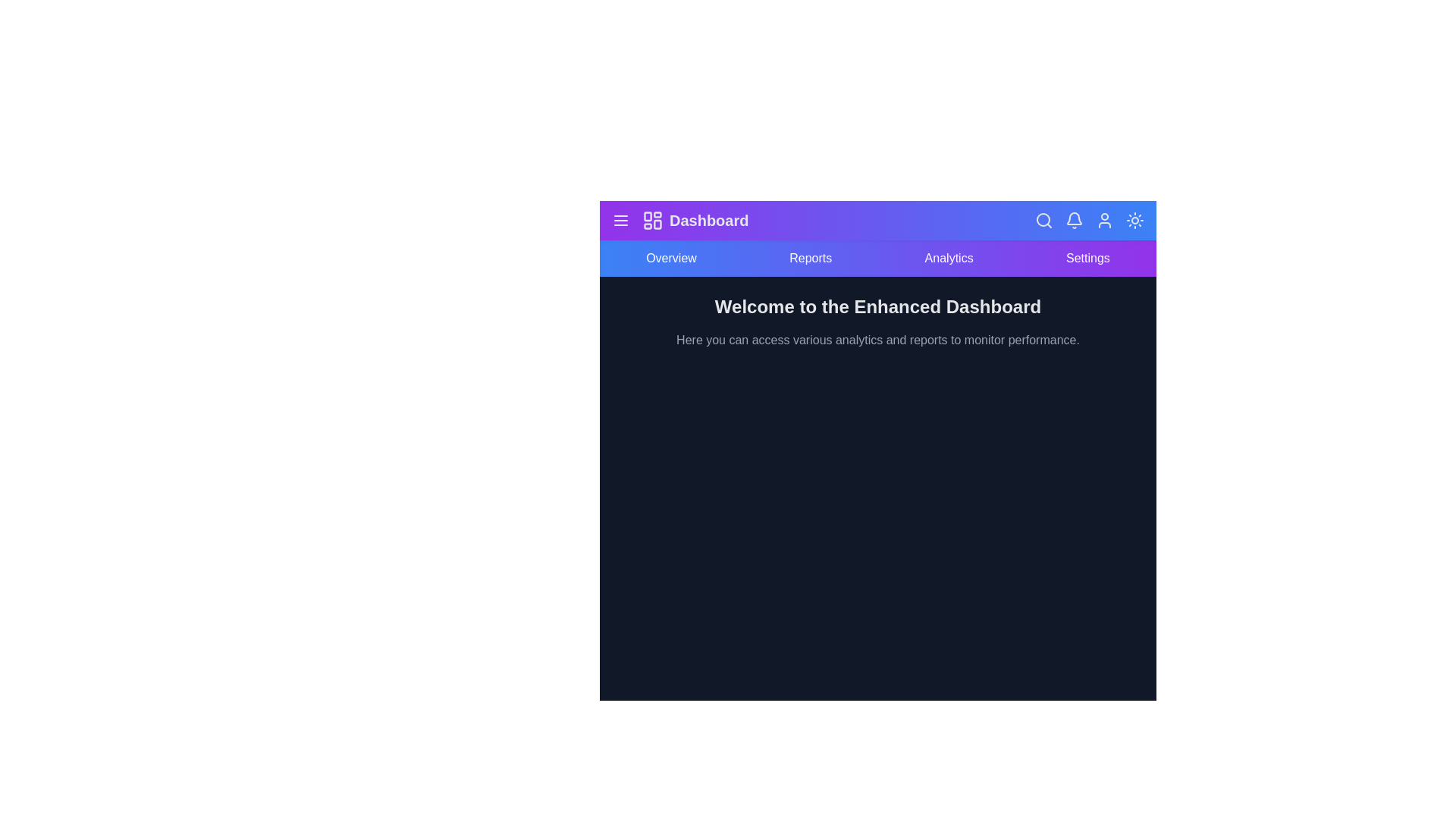 The width and height of the screenshot is (1456, 819). I want to click on the menu button to toggle the menu visibility, so click(621, 220).